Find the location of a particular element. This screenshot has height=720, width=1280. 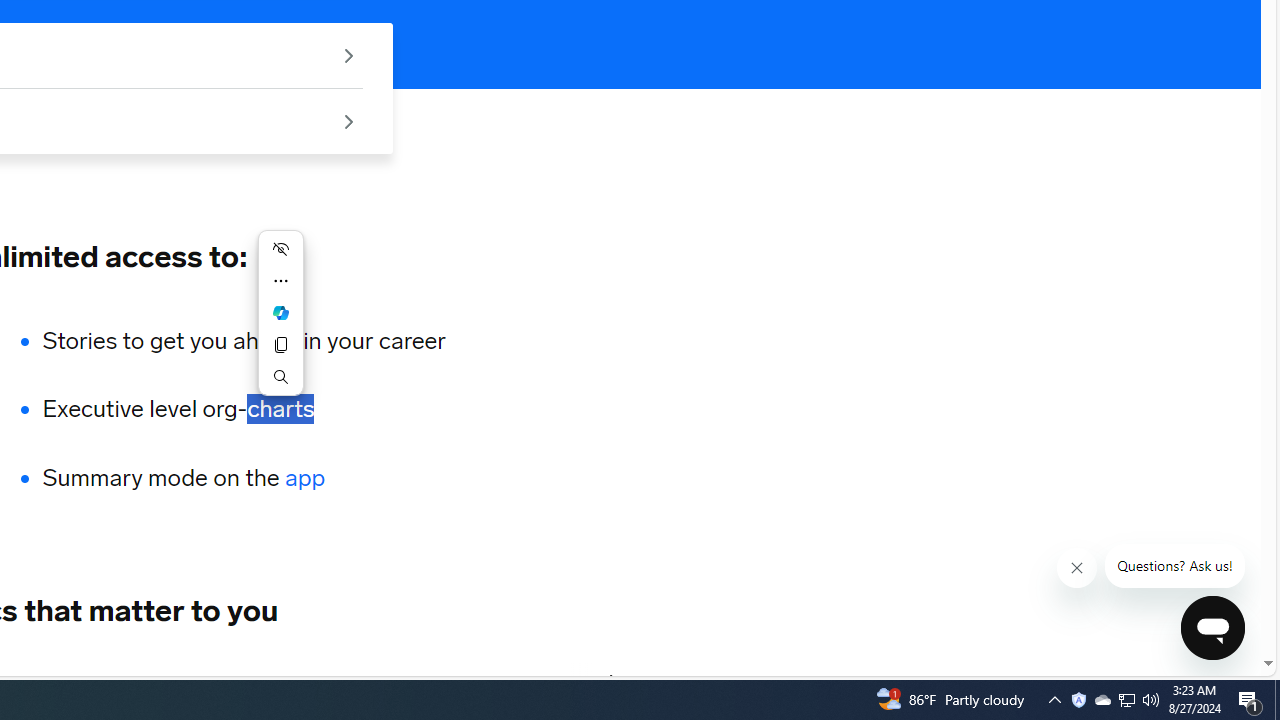

'Class: sc-1k07fow-1 cbnSms' is located at coordinates (1211, 626).